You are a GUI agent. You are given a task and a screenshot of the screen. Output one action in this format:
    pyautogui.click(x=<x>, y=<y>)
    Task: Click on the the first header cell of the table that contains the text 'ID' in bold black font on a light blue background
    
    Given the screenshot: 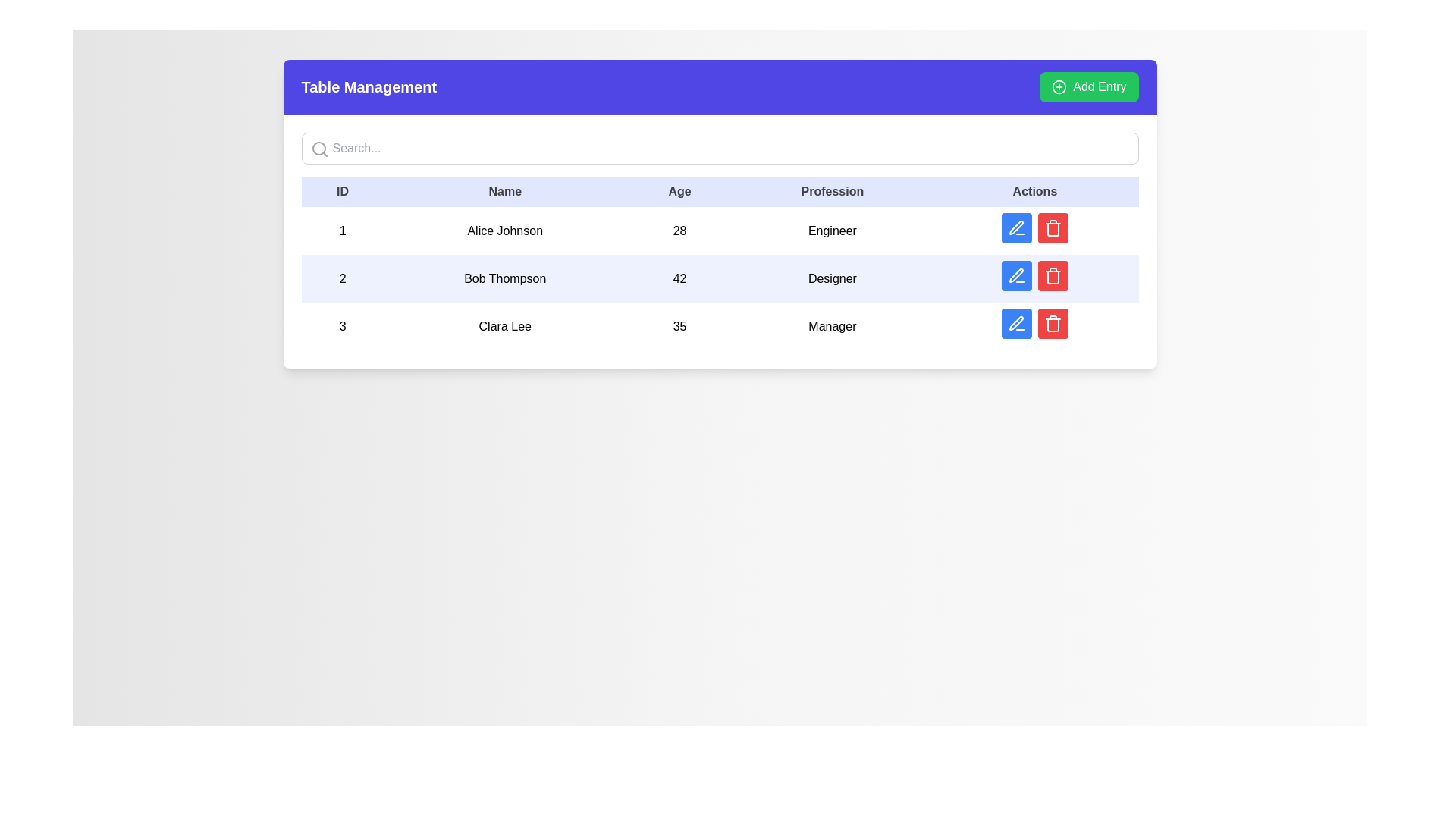 What is the action you would take?
    pyautogui.click(x=342, y=191)
    